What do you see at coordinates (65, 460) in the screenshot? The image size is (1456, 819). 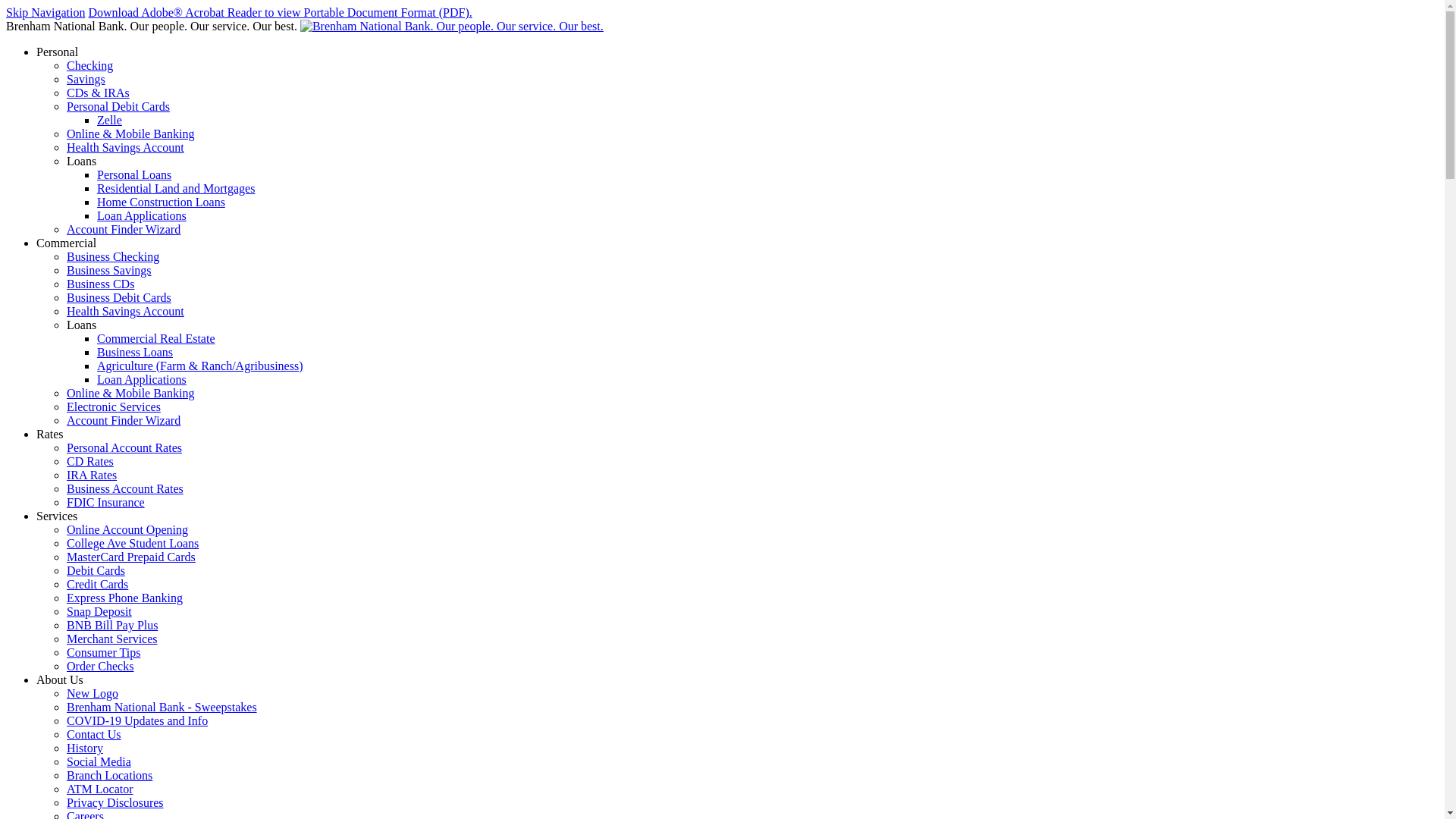 I see `'CD Rates'` at bounding box center [65, 460].